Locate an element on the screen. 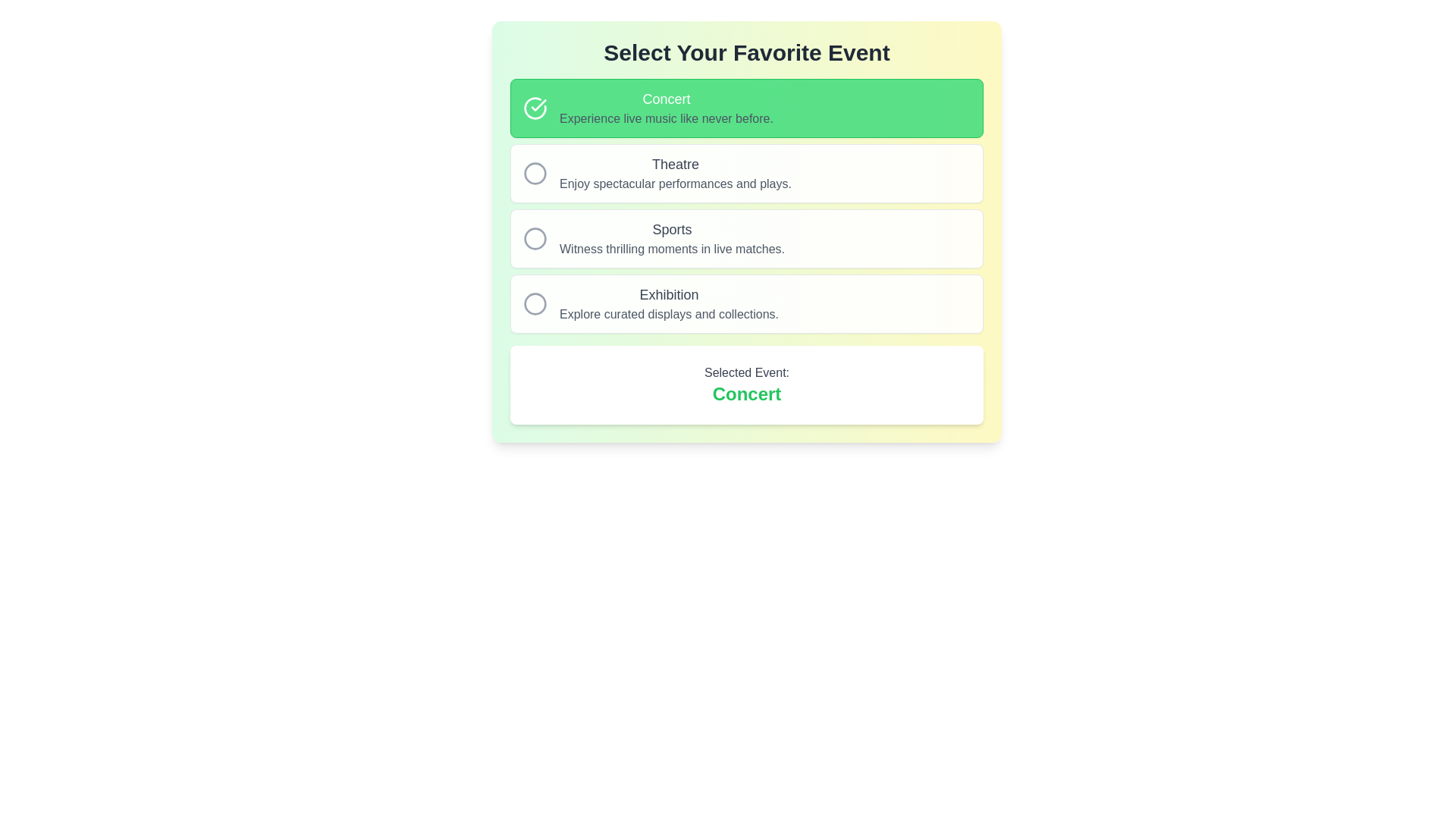 This screenshot has height=819, width=1456. the selectable list item representing 'Theatre', which is the second option in the list, located below 'Concert' and above 'Sports' is located at coordinates (674, 172).